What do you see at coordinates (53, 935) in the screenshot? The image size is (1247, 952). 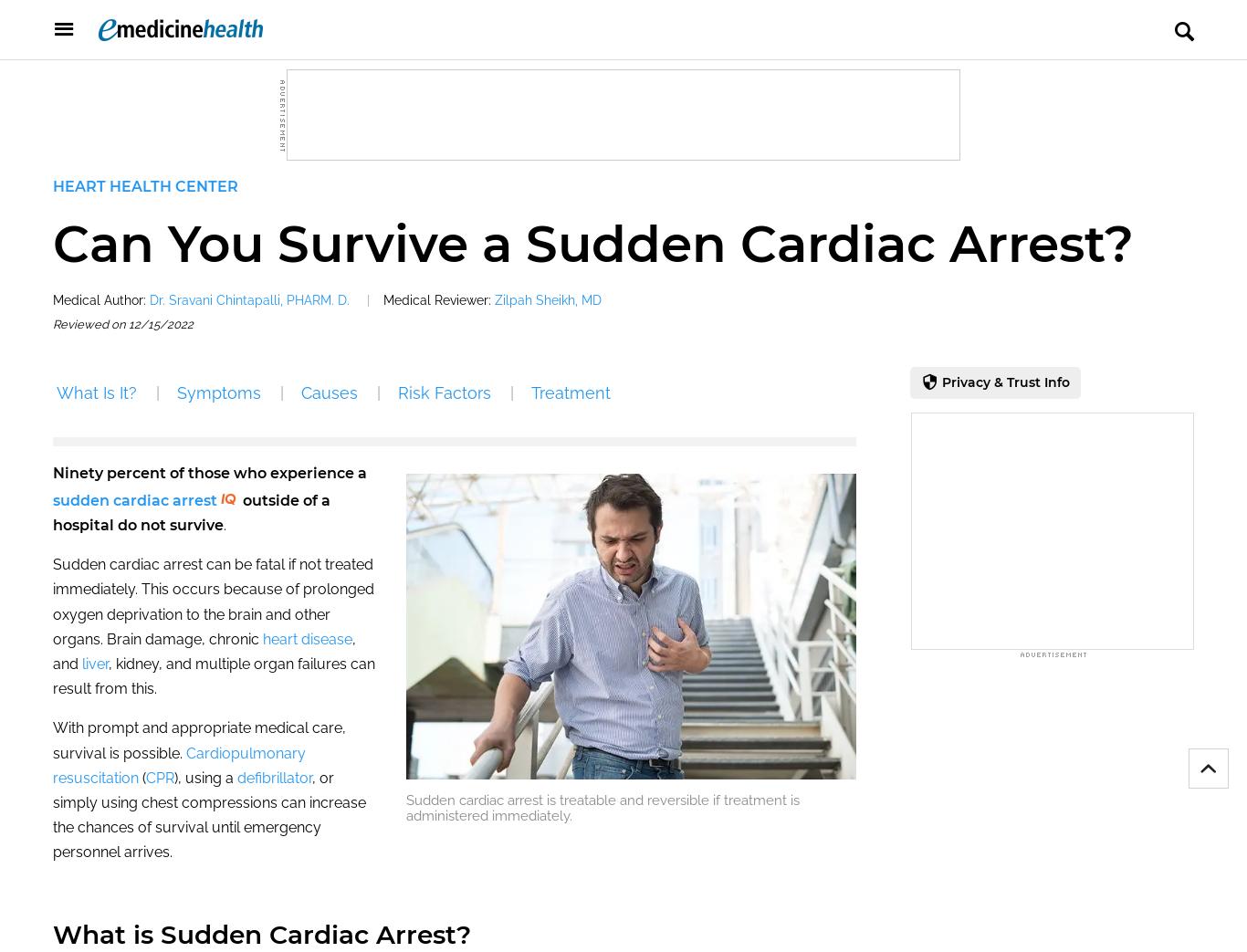 I see `'What is Sudden Cardiac Arrest?'` at bounding box center [53, 935].